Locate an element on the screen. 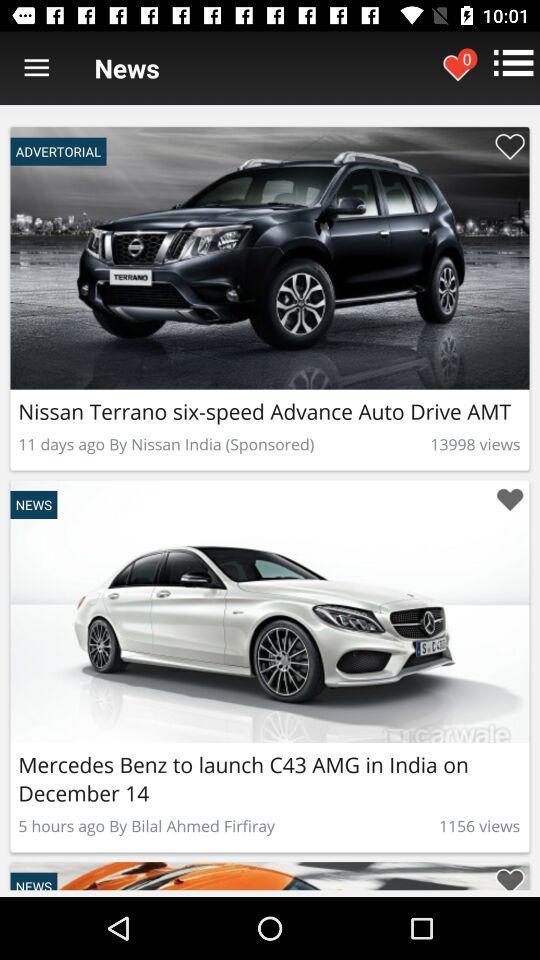 Image resolution: width=540 pixels, height=960 pixels. icon to the left of the news icon is located at coordinates (36, 68).